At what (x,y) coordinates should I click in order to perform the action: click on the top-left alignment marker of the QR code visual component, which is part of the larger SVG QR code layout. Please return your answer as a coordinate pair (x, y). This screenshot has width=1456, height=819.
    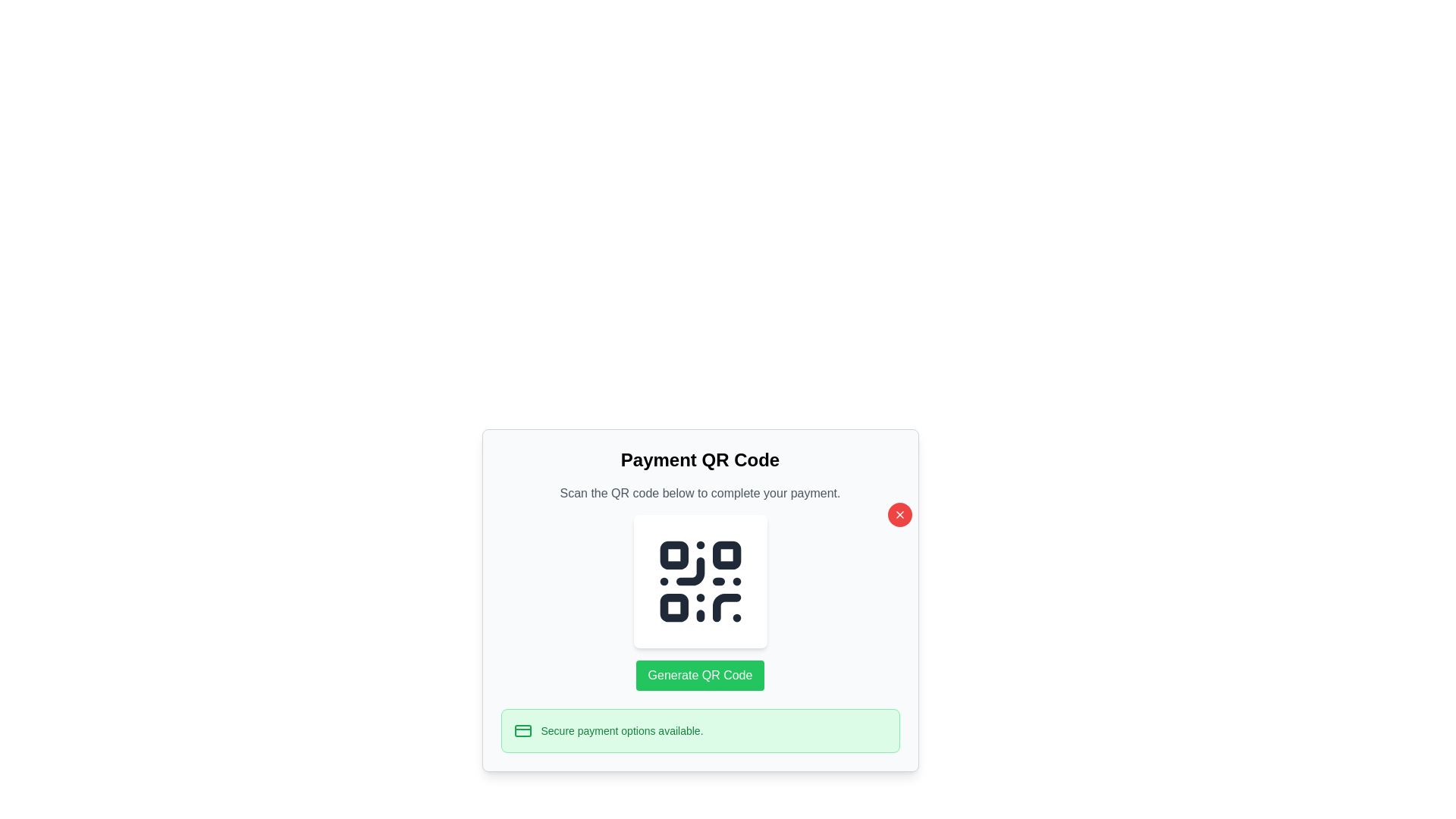
    Looking at the image, I should click on (673, 555).